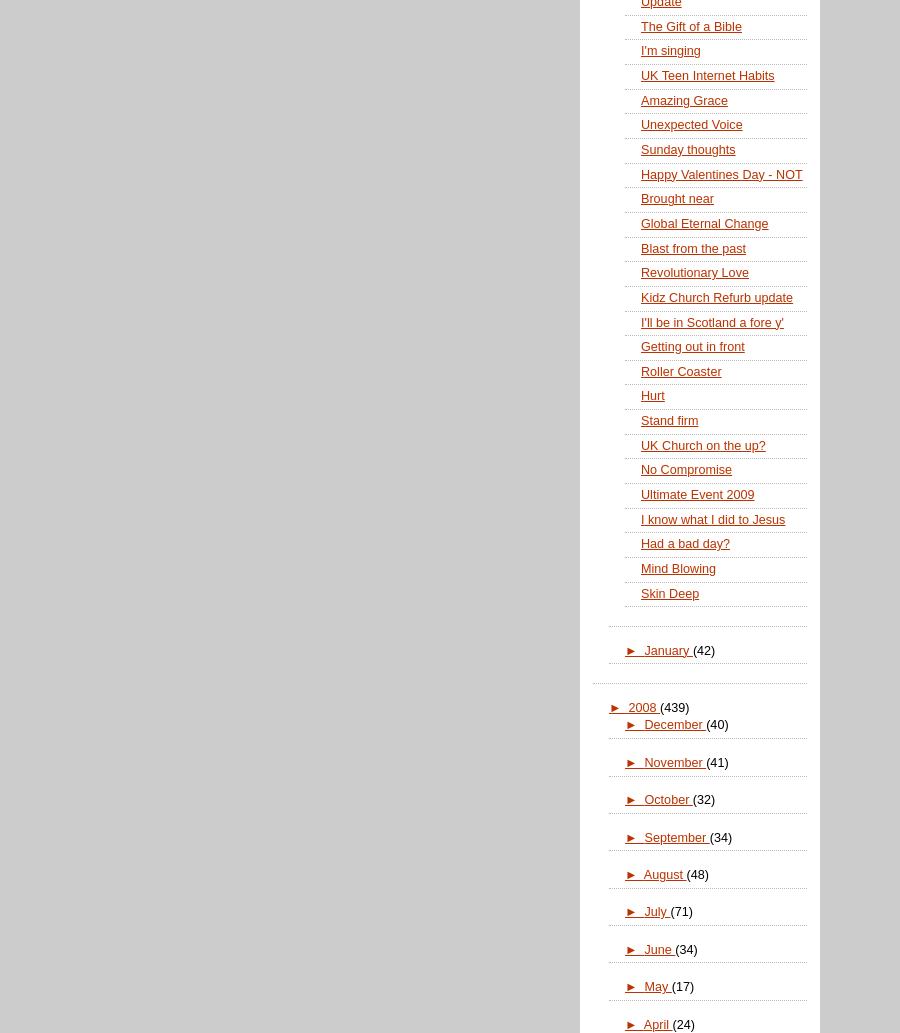  I want to click on 'Ultimate Event 2009', so click(696, 495).